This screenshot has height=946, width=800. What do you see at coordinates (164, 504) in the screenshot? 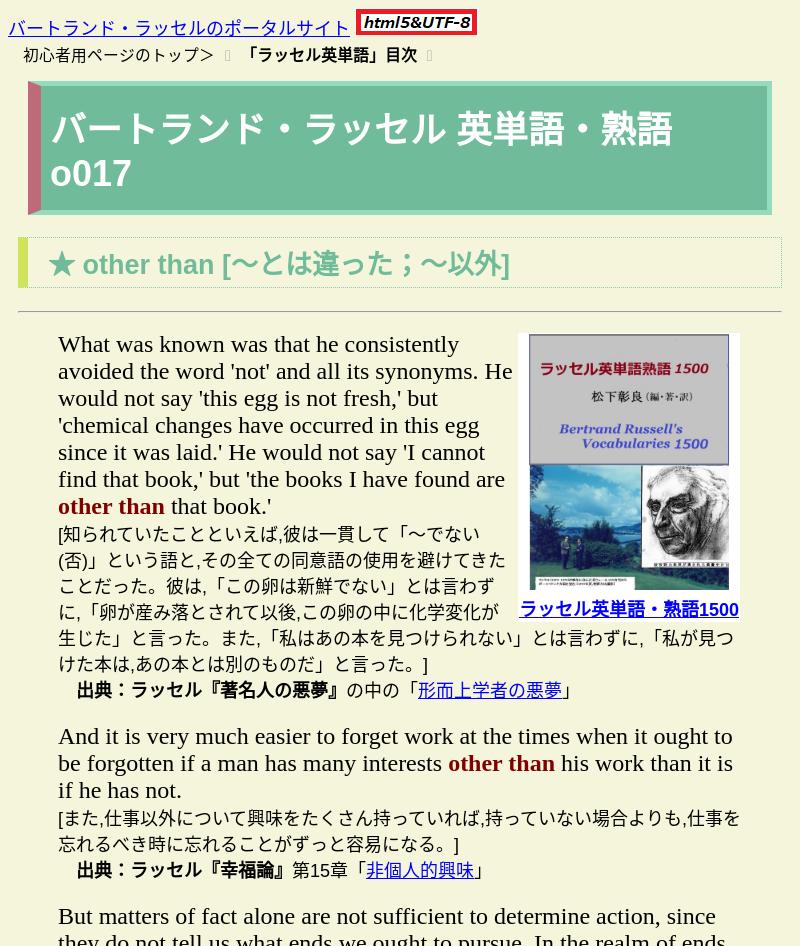
I see `'that book.''` at bounding box center [164, 504].